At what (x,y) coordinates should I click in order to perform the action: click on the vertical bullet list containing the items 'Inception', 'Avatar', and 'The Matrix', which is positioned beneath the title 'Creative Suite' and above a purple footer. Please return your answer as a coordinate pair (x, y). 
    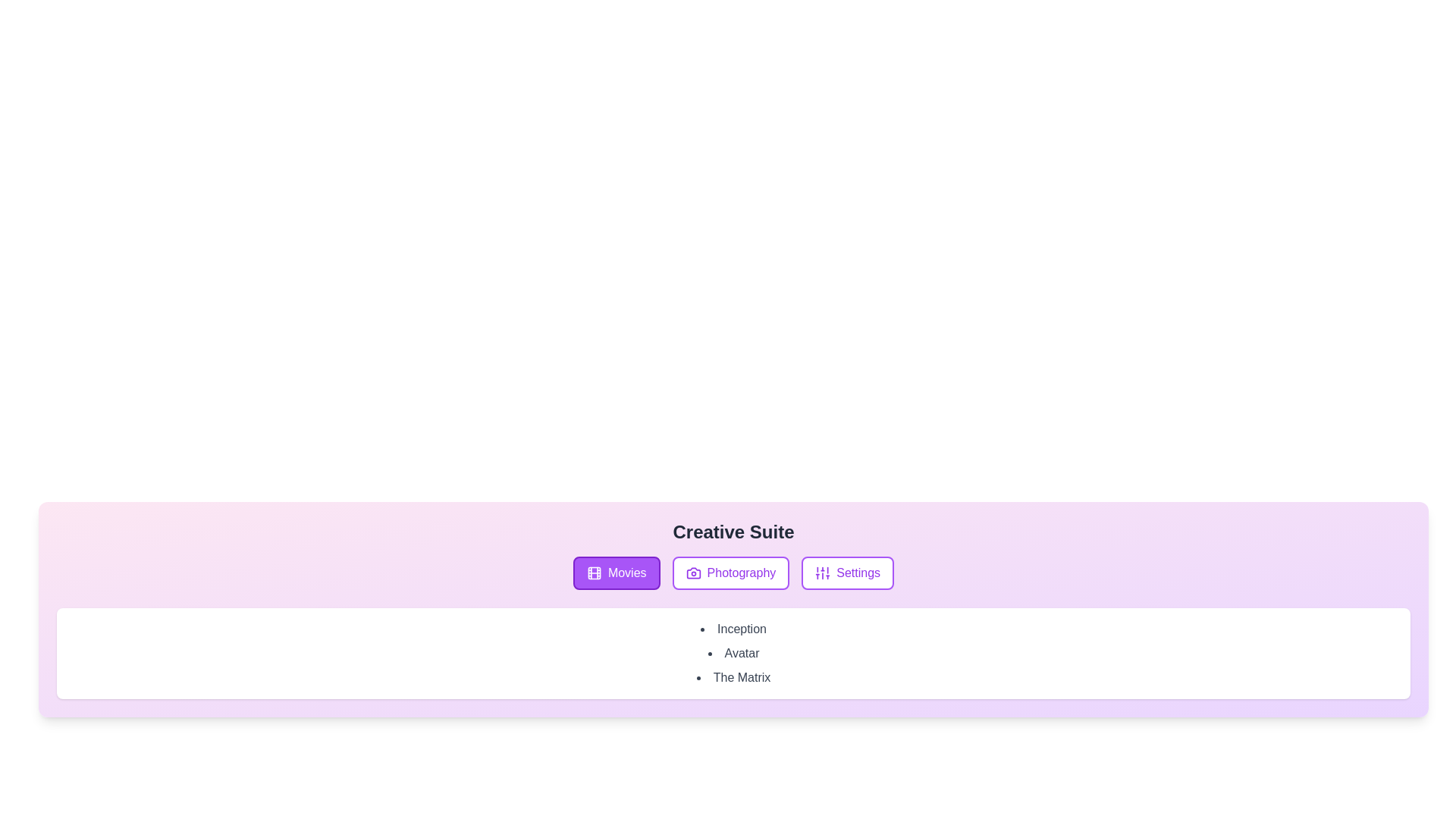
    Looking at the image, I should click on (733, 652).